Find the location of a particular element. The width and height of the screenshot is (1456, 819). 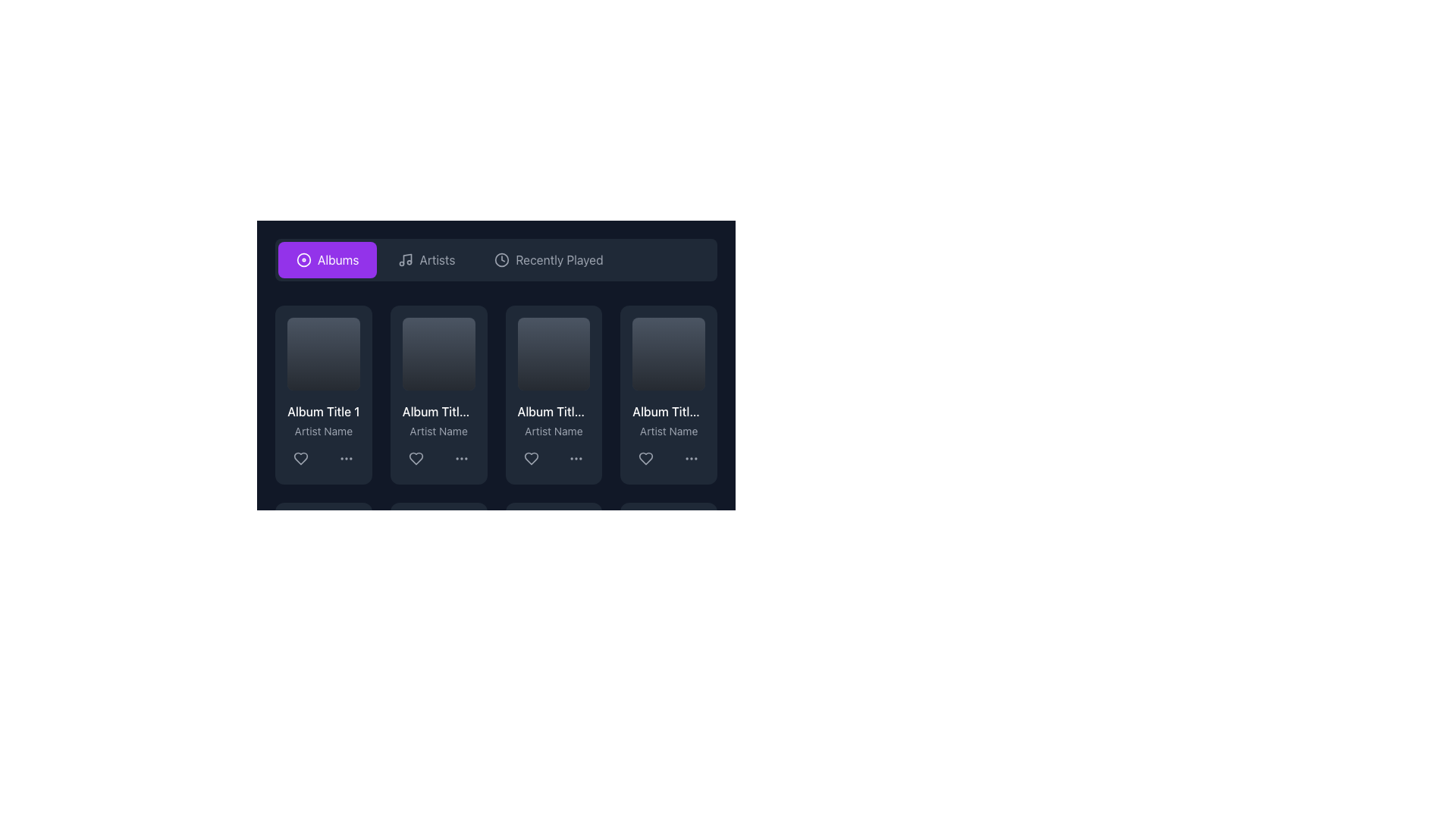

the navigation button located to the right of the 'Albums' button and to the left of the 'Recently Played' button is located at coordinates (425, 259).